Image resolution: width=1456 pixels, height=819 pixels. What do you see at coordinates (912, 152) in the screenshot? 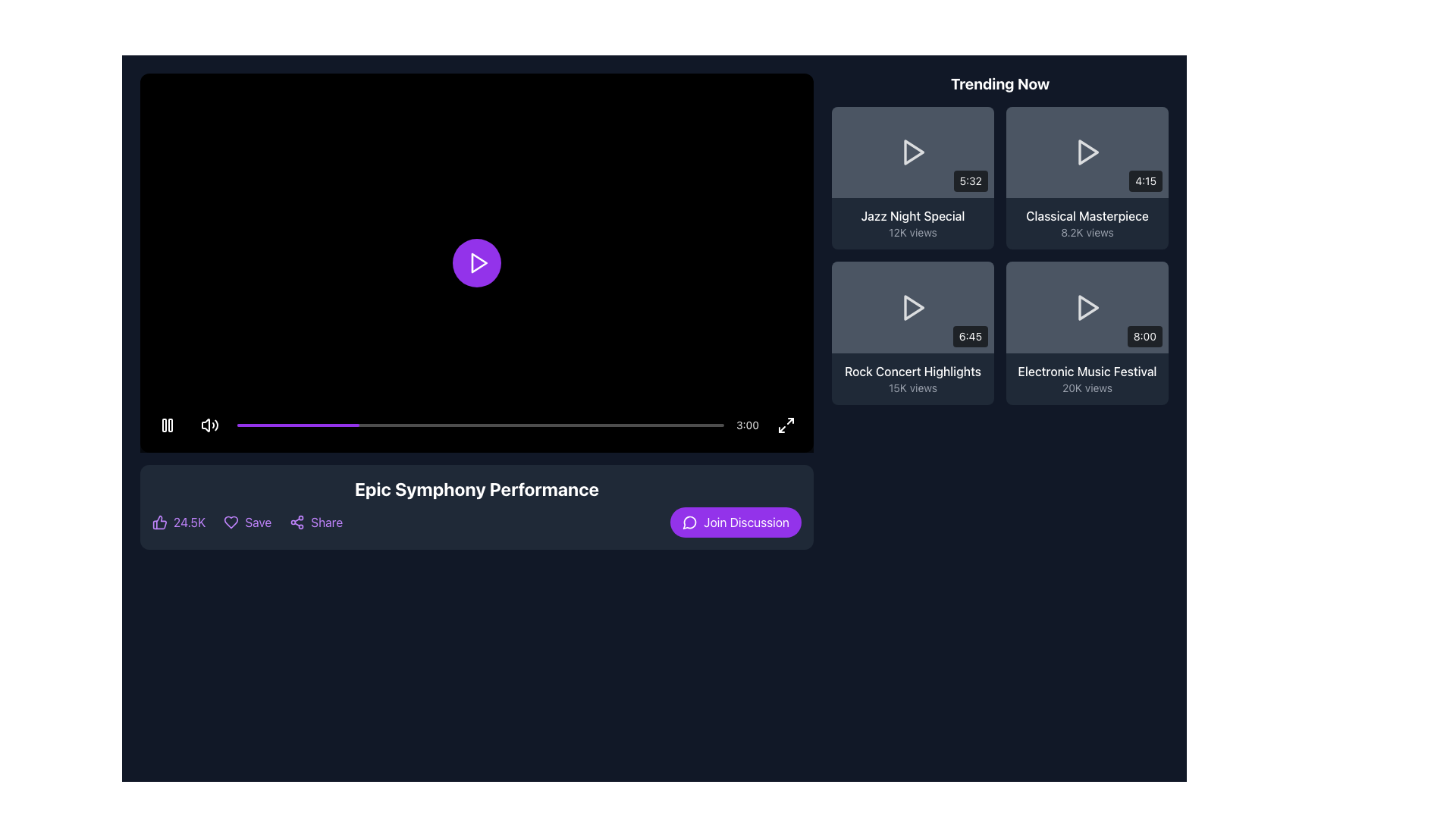
I see `the play button located in the 'Trending Now' section, which is depicted by a play icon in the top-left video thumbnail labeled 'Jazz Night Special'` at bounding box center [912, 152].